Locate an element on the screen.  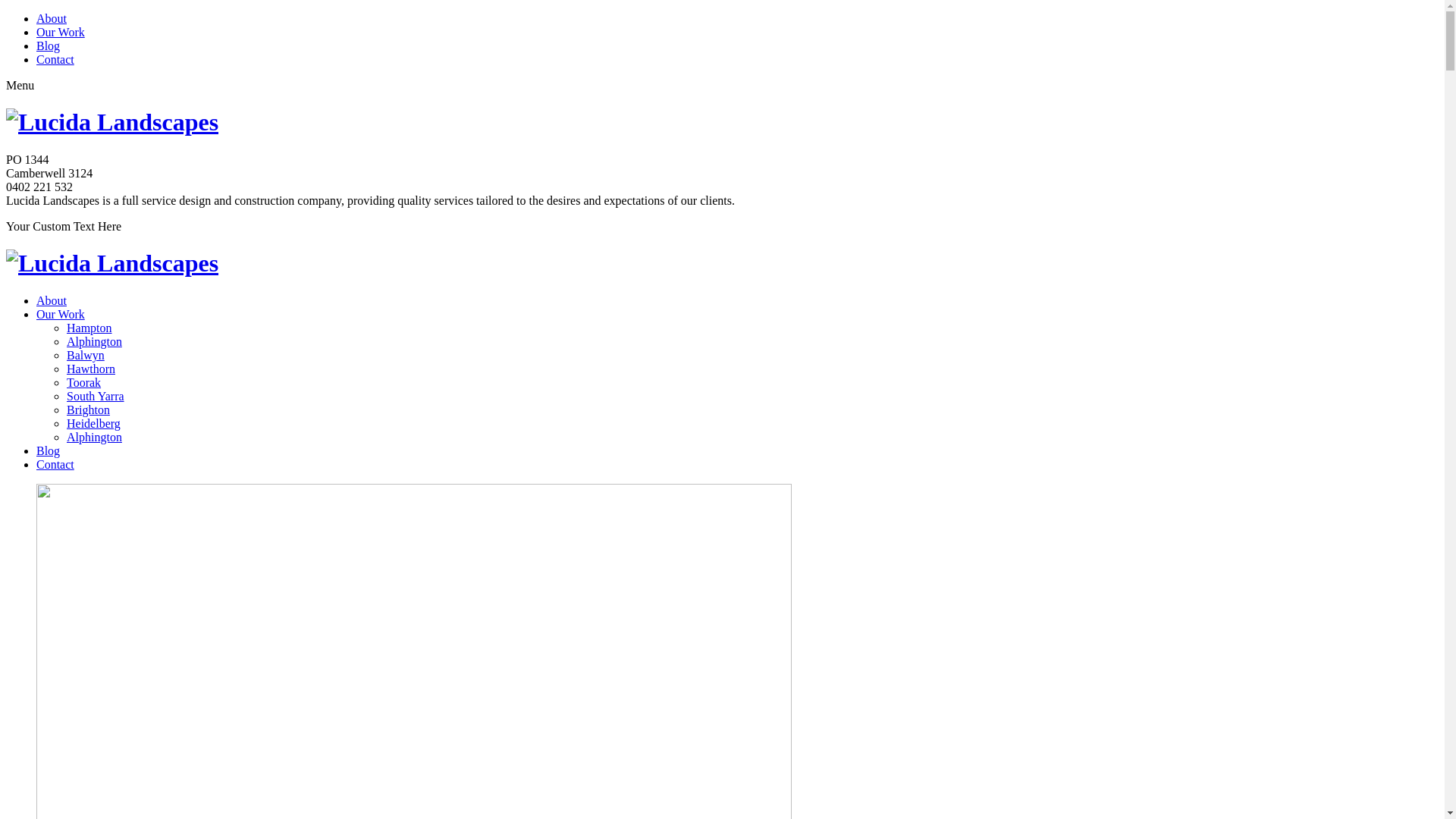
'Our Work' is located at coordinates (61, 32).